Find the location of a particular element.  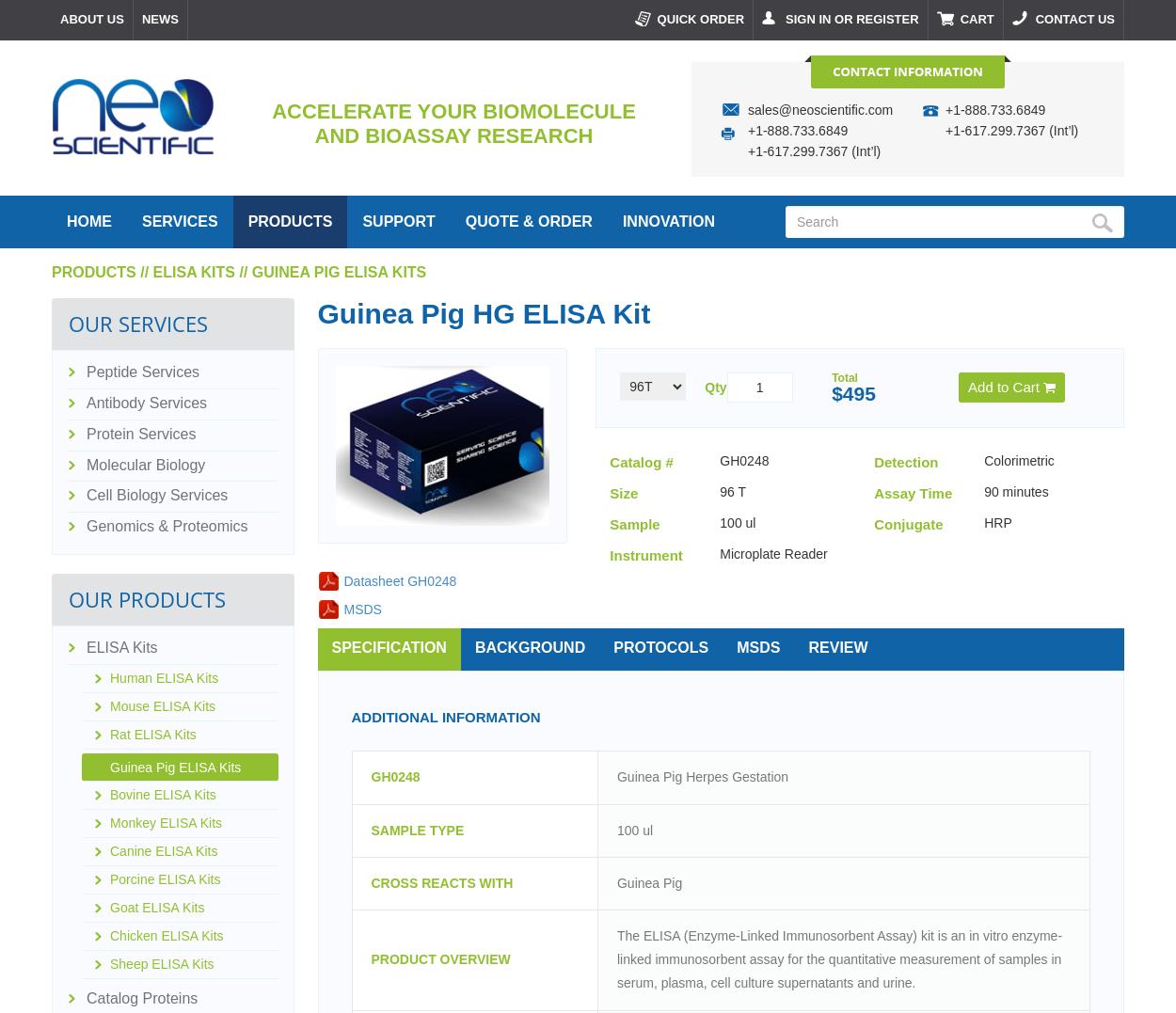

'Catalog #' is located at coordinates (641, 461).